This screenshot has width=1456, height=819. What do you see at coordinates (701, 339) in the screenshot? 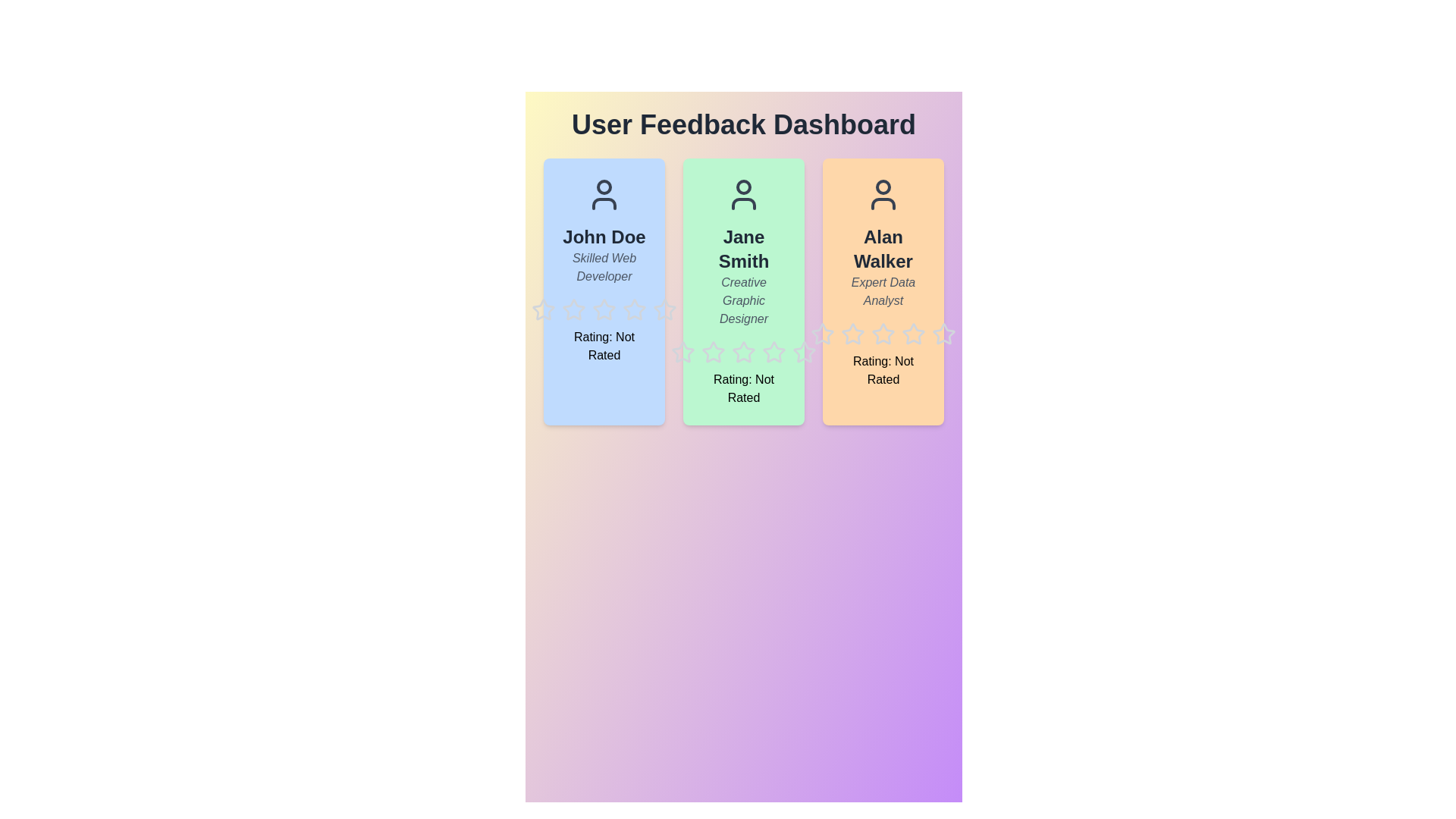
I see `the star icon corresponding to 2 for user Jane Smith` at bounding box center [701, 339].